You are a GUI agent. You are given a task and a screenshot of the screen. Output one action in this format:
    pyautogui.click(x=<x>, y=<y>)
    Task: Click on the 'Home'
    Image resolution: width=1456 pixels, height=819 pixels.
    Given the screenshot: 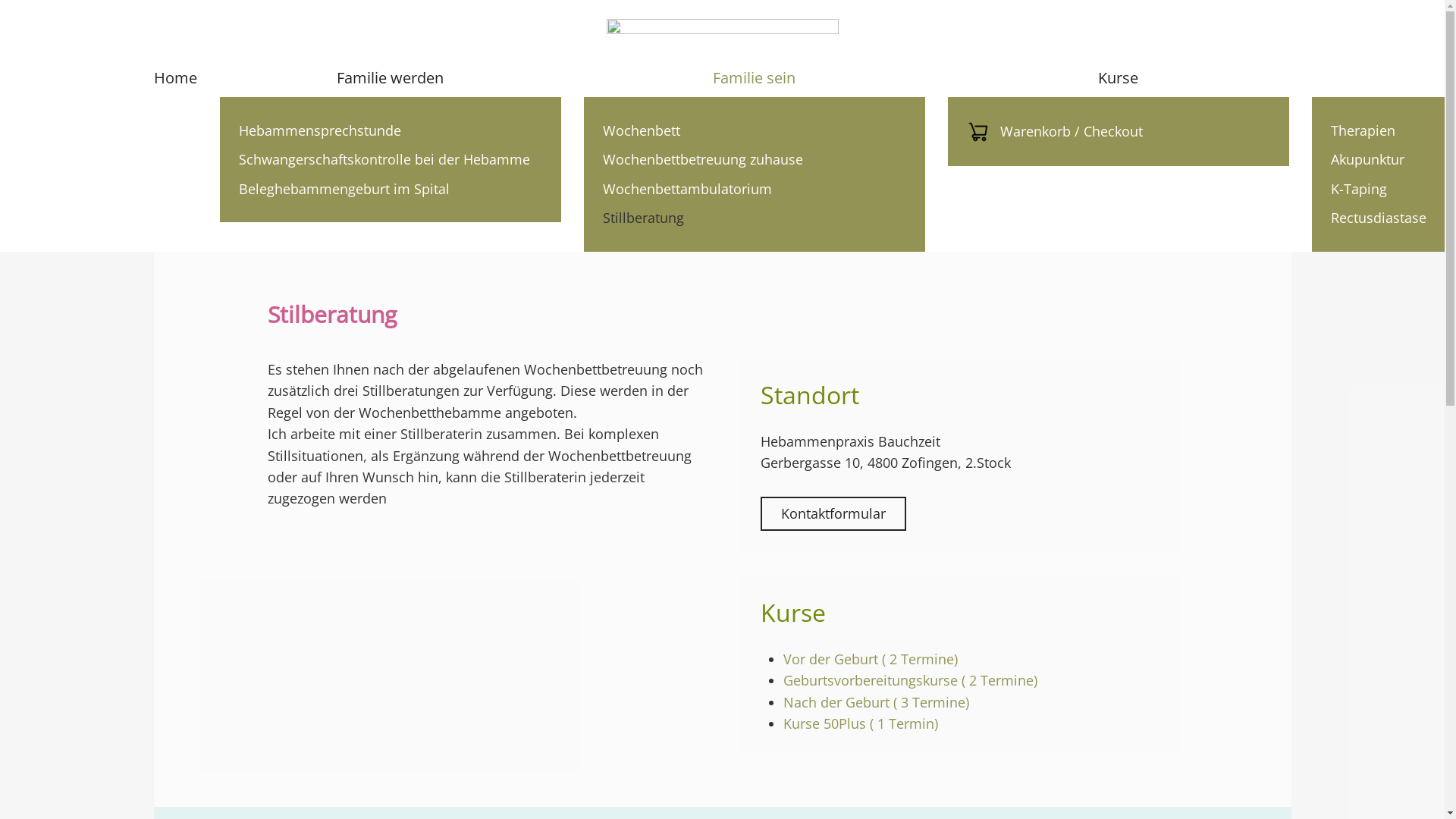 What is the action you would take?
    pyautogui.click(x=152, y=78)
    